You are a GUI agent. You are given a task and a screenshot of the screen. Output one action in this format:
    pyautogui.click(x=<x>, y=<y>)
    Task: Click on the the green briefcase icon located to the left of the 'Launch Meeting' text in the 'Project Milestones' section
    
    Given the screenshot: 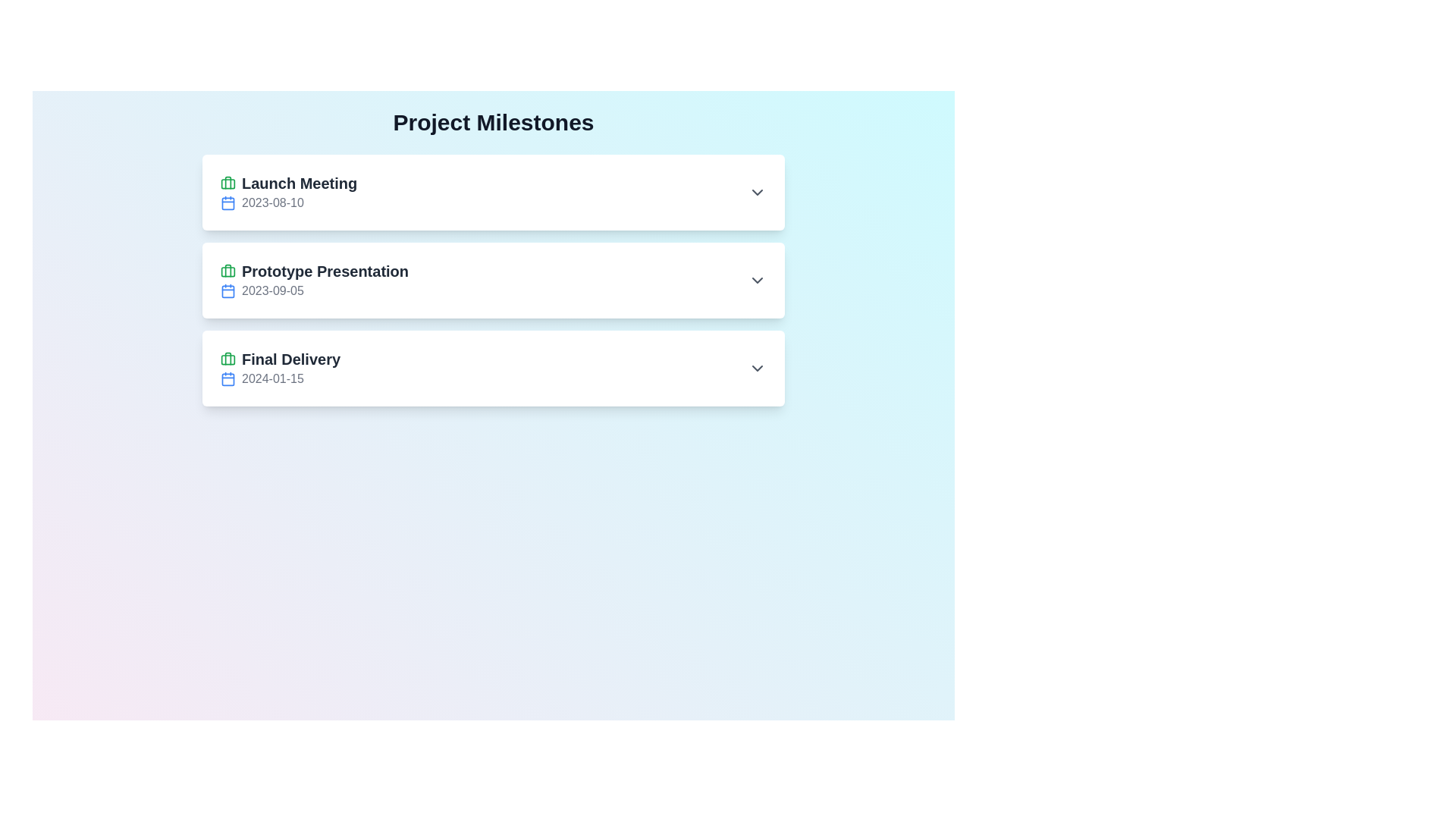 What is the action you would take?
    pyautogui.click(x=227, y=183)
    